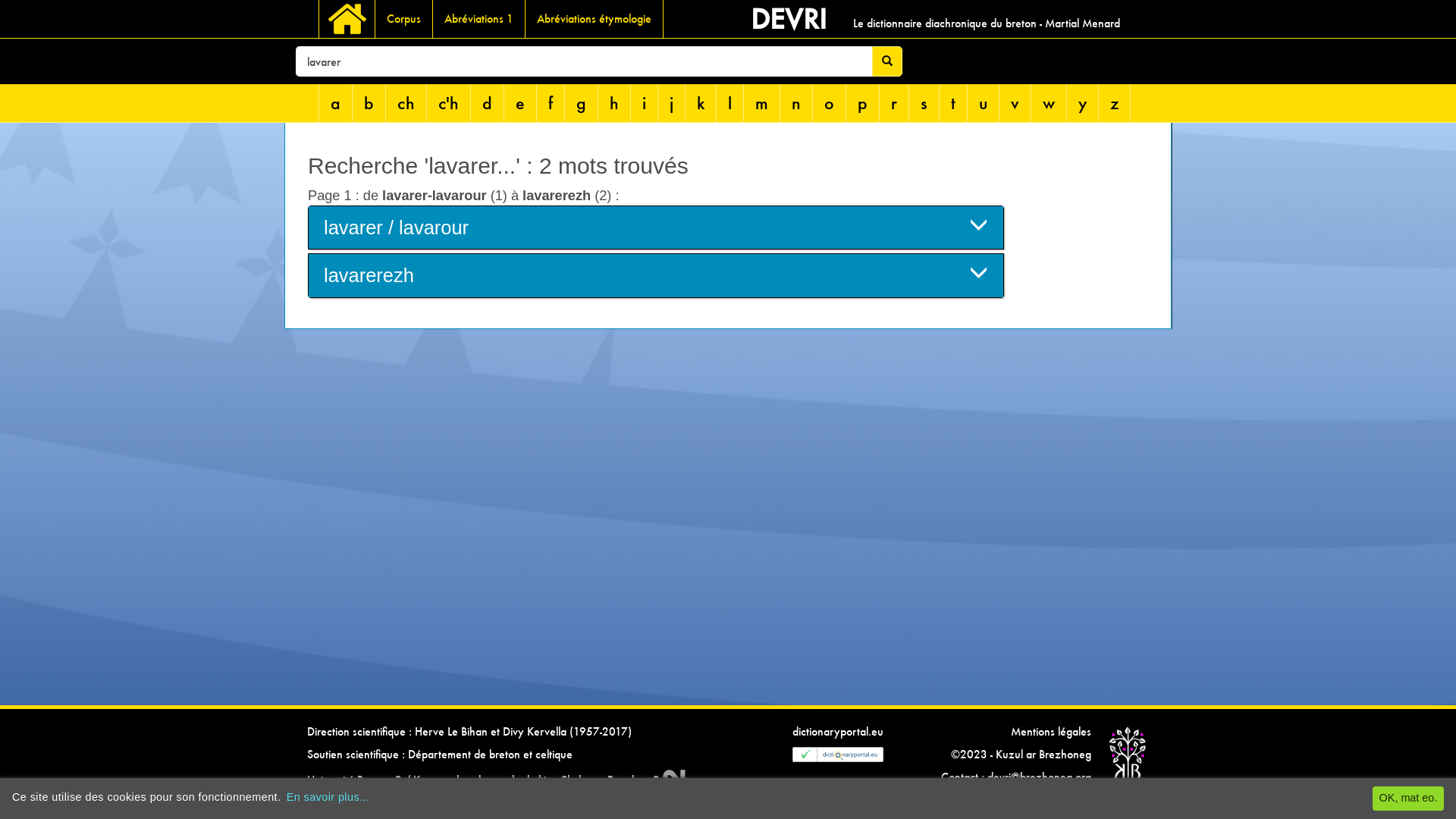  Describe the element at coordinates (581, 102) in the screenshot. I see `'g'` at that location.